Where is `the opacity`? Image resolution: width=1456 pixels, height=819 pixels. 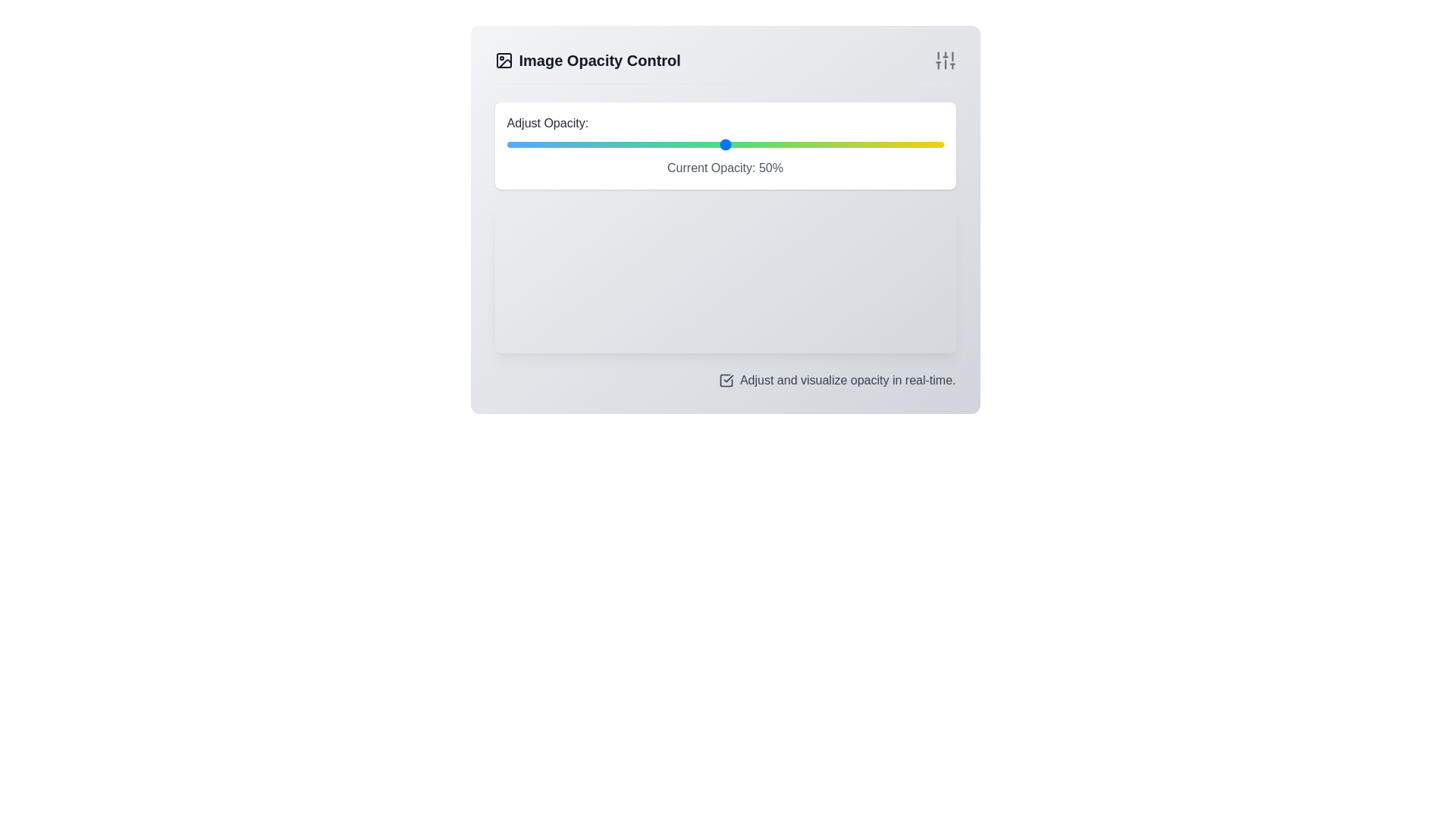
the opacity is located at coordinates (607, 145).